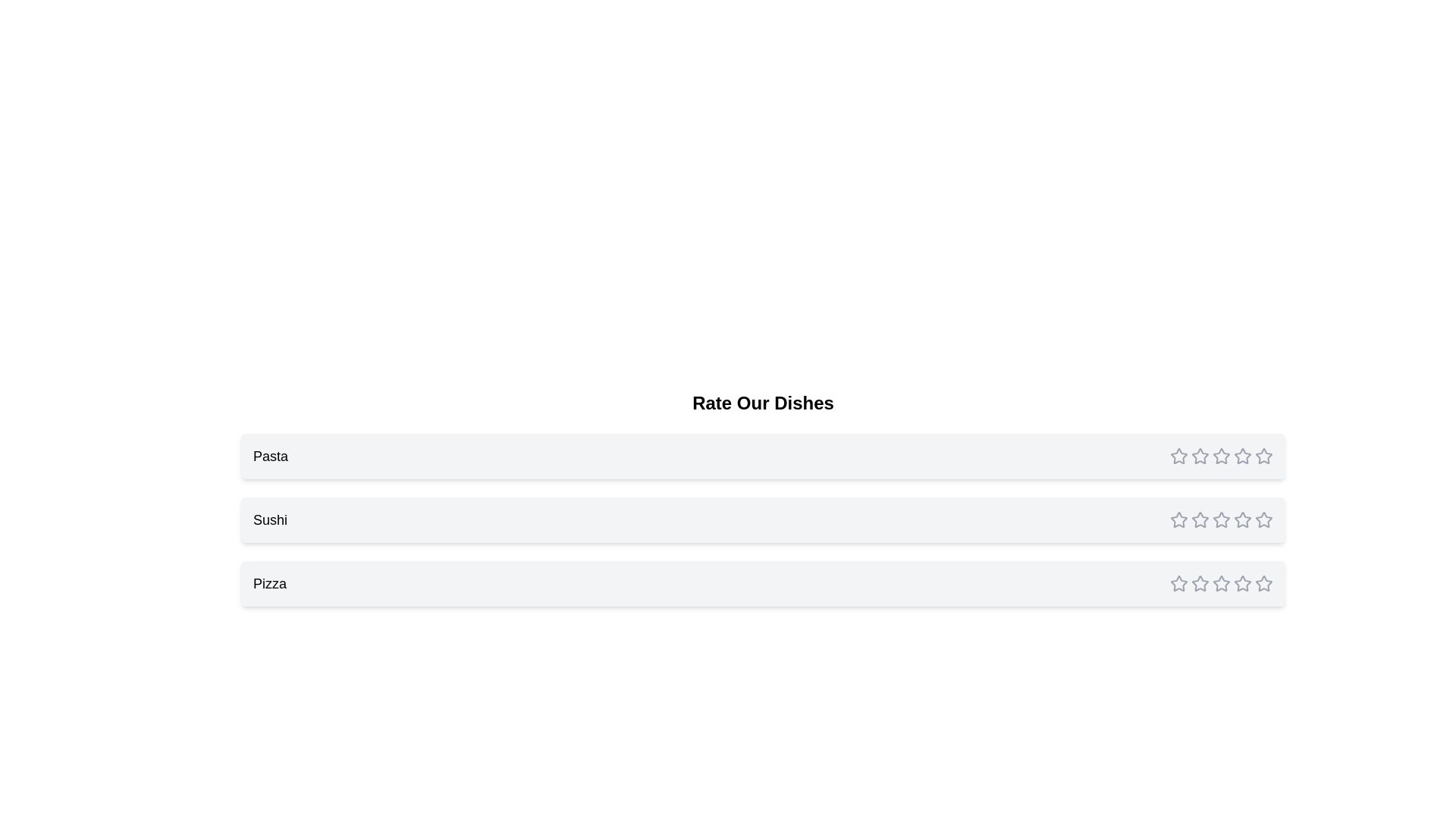 The height and width of the screenshot is (819, 1456). I want to click on the second star icon in the rating control for the 'Pasta' entry to set the rating to two stars, so click(1200, 455).